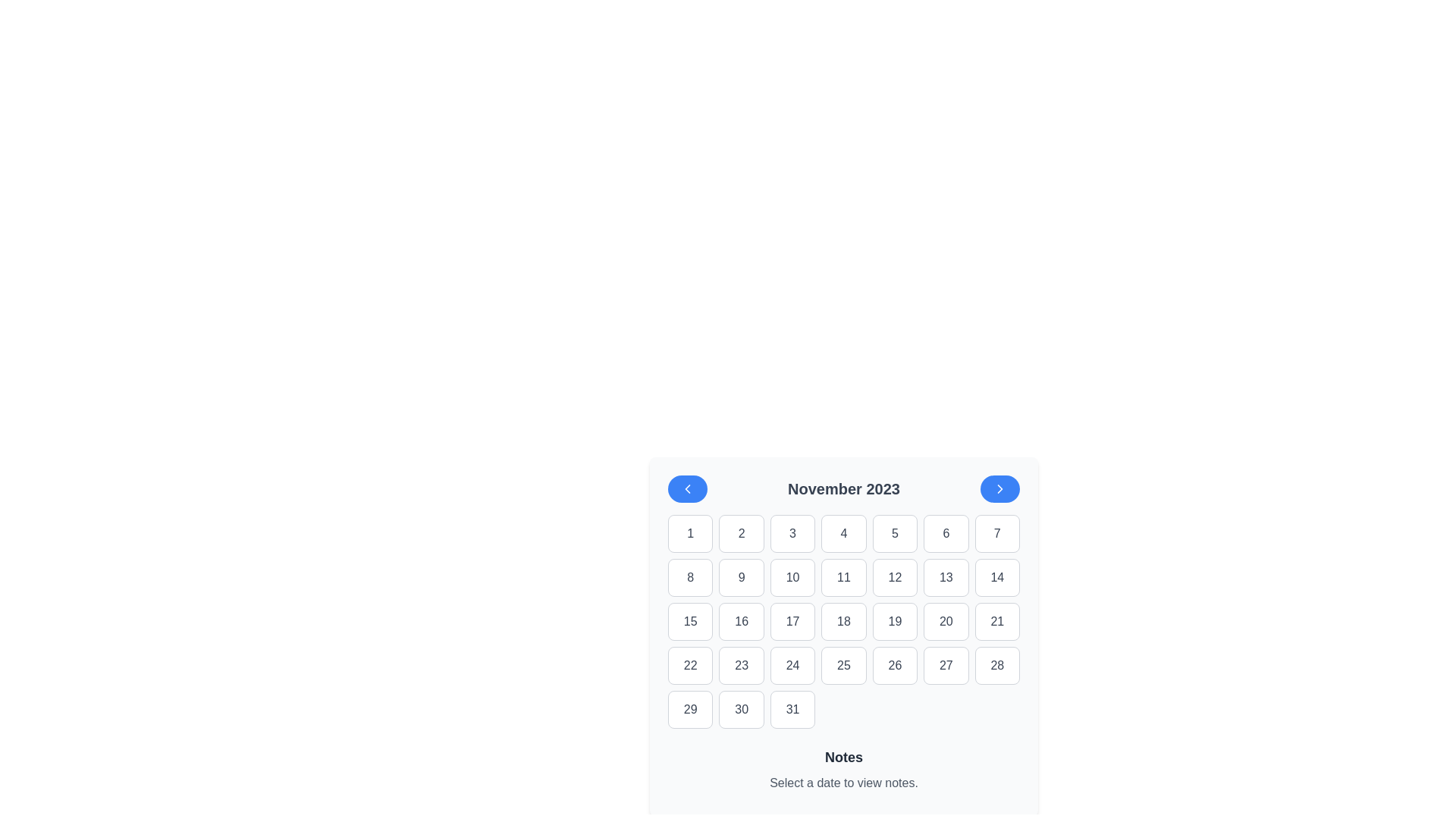  Describe the element at coordinates (689, 622) in the screenshot. I see `the date button representing '15' in the November 2023 calendar` at that location.